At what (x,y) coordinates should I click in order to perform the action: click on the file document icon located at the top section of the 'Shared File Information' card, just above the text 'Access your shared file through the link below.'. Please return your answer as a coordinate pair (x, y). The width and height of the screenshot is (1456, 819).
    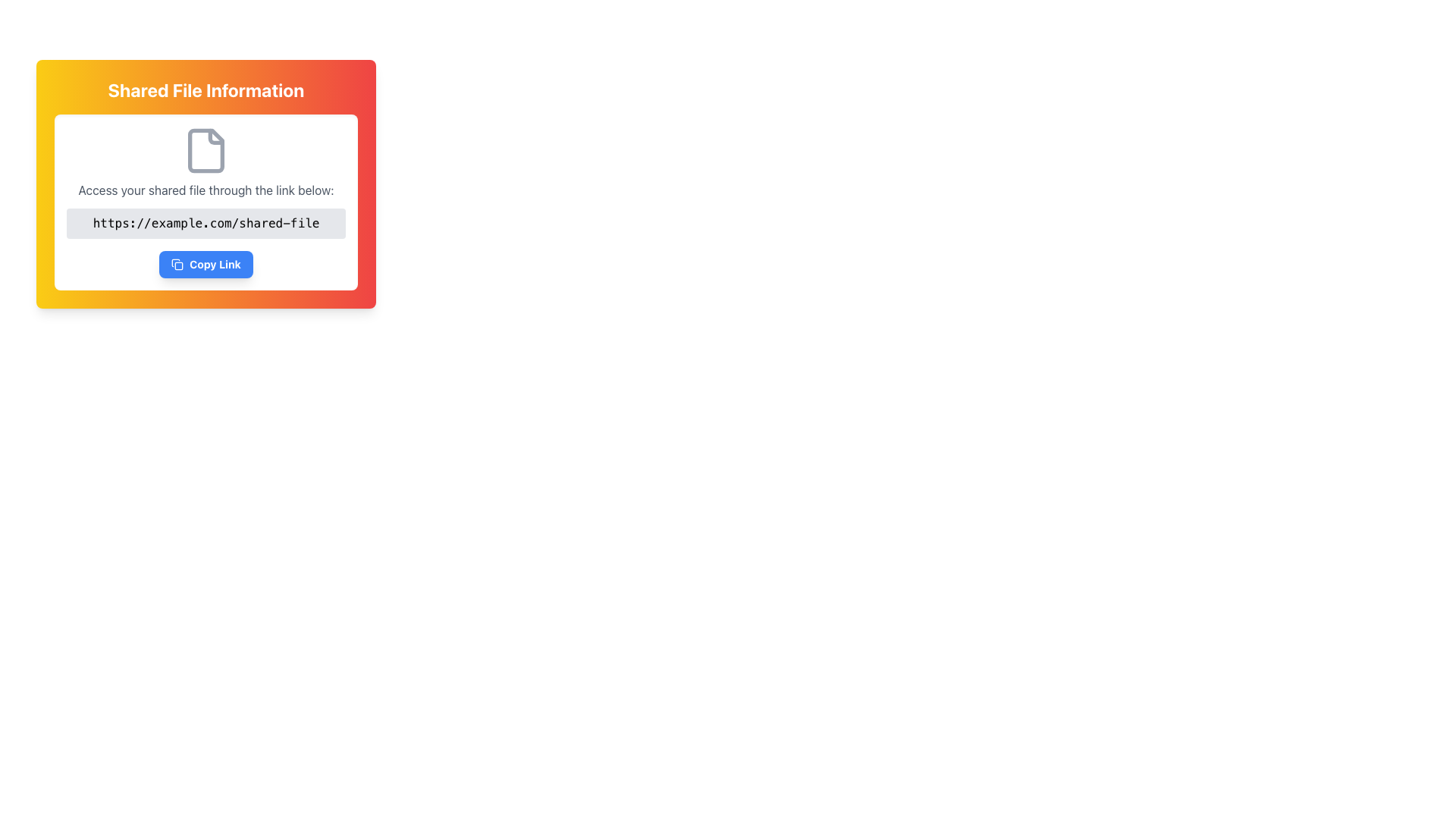
    Looking at the image, I should click on (206, 151).